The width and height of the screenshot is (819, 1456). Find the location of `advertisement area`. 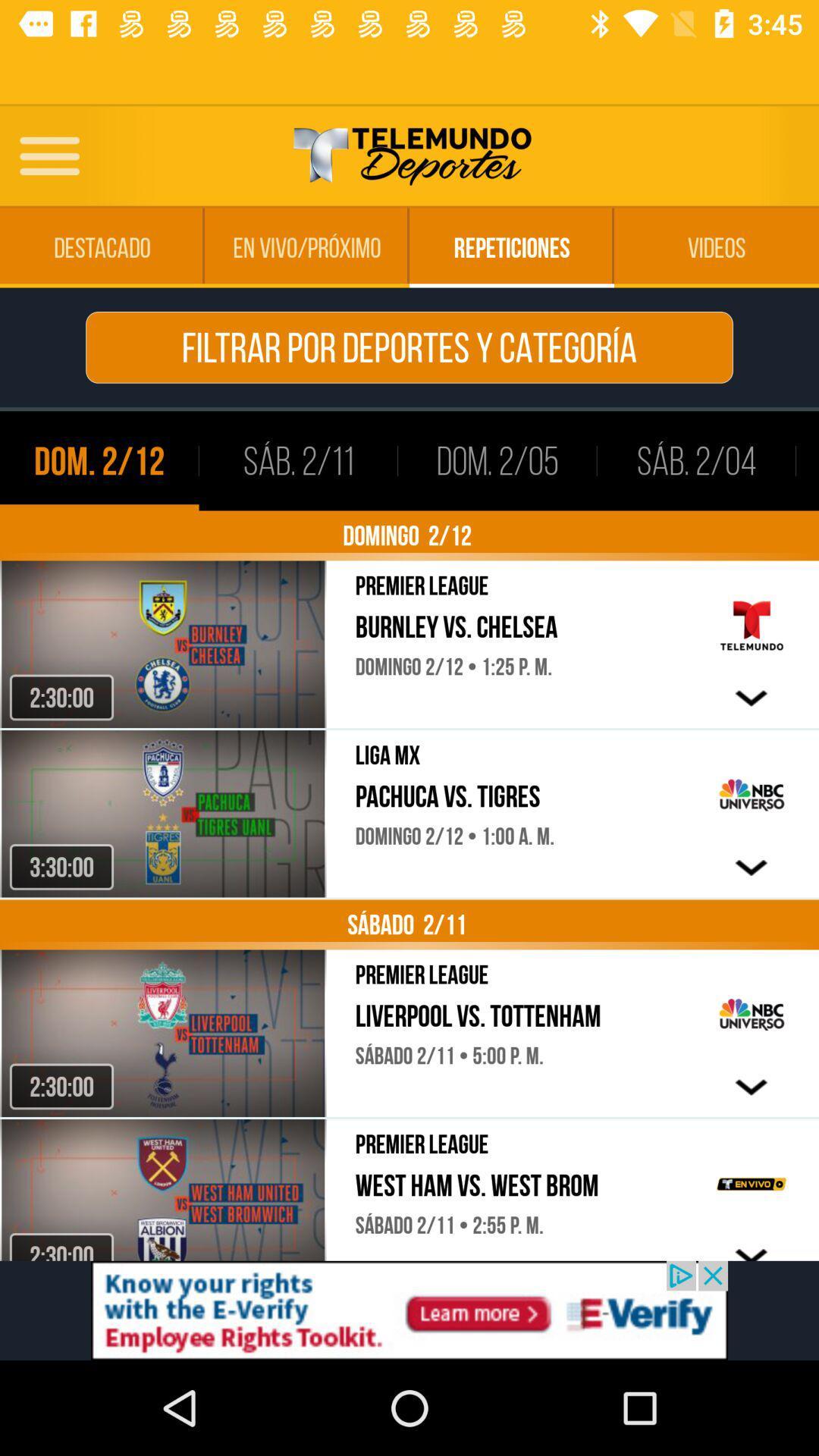

advertisement area is located at coordinates (409, 1310).